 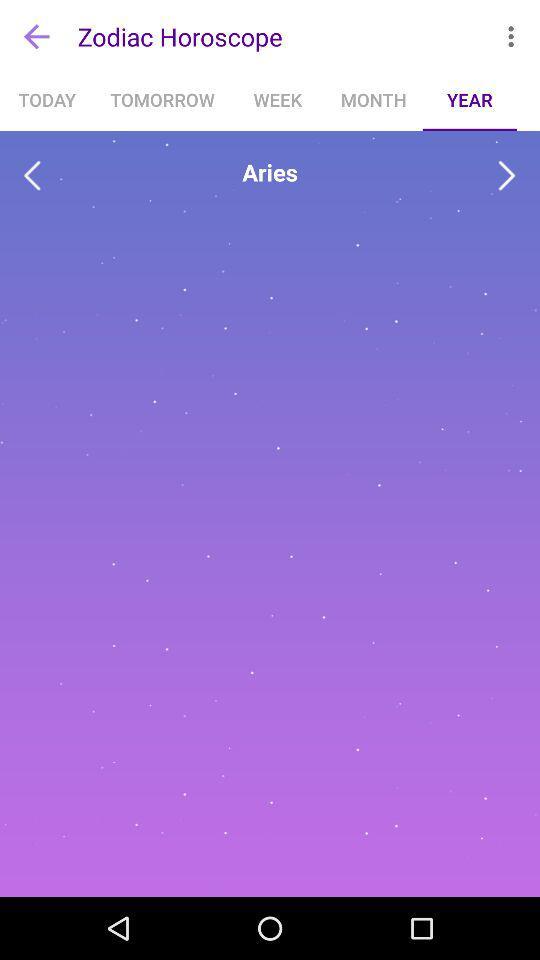 What do you see at coordinates (507, 175) in the screenshot?
I see `the arrow_forward icon` at bounding box center [507, 175].